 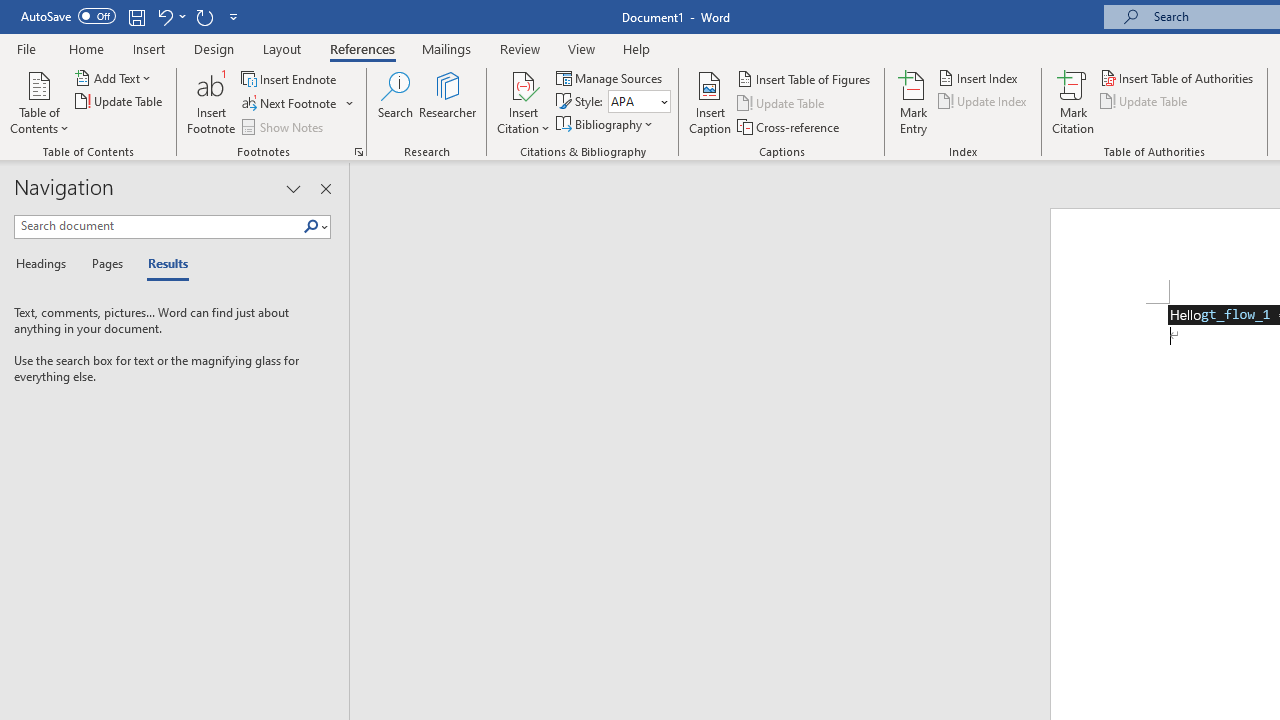 I want to click on 'Search document', so click(x=157, y=225).